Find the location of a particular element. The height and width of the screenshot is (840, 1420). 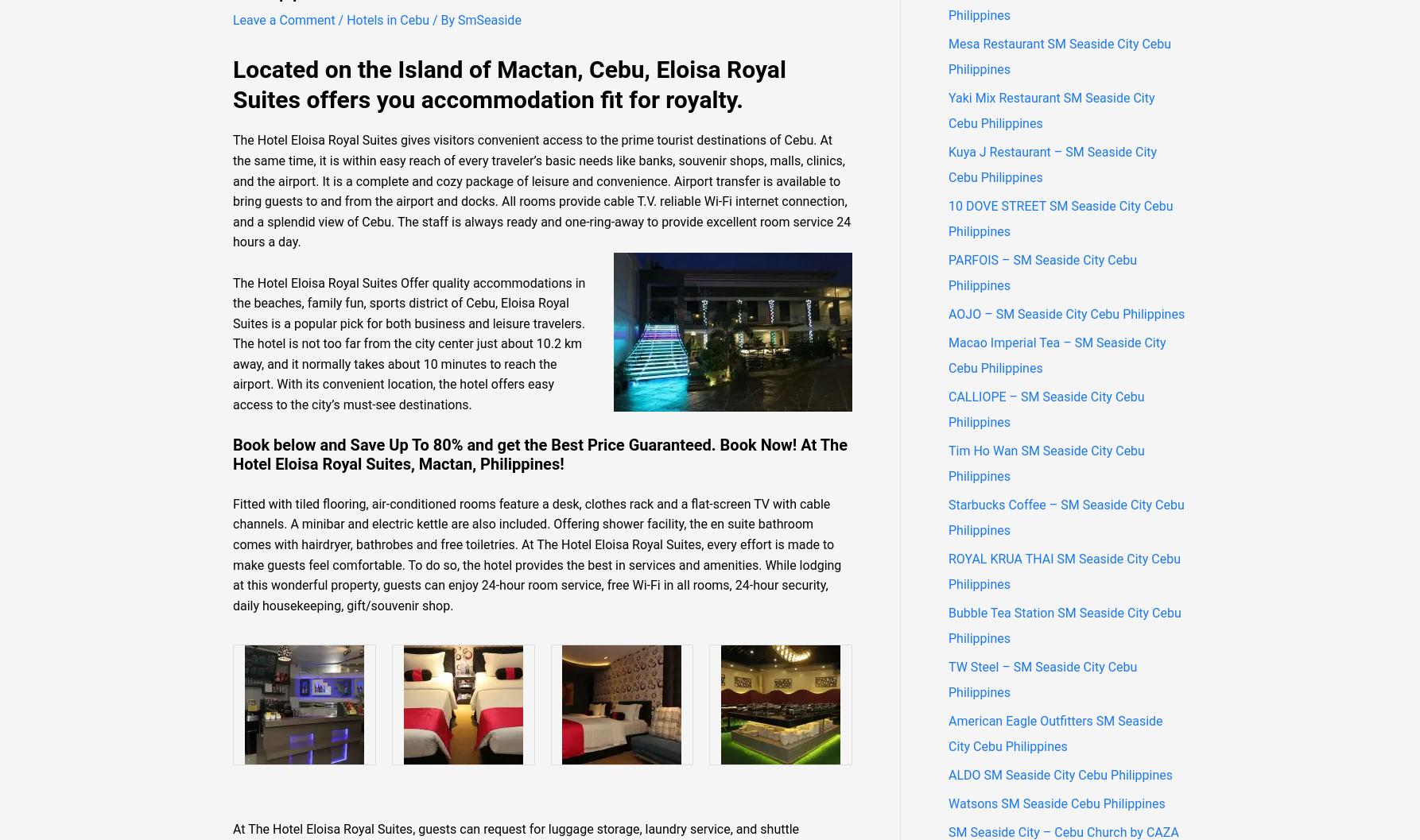

'Kuya J Restaurant – SM Seaside City Cebu Philippines' is located at coordinates (1052, 164).